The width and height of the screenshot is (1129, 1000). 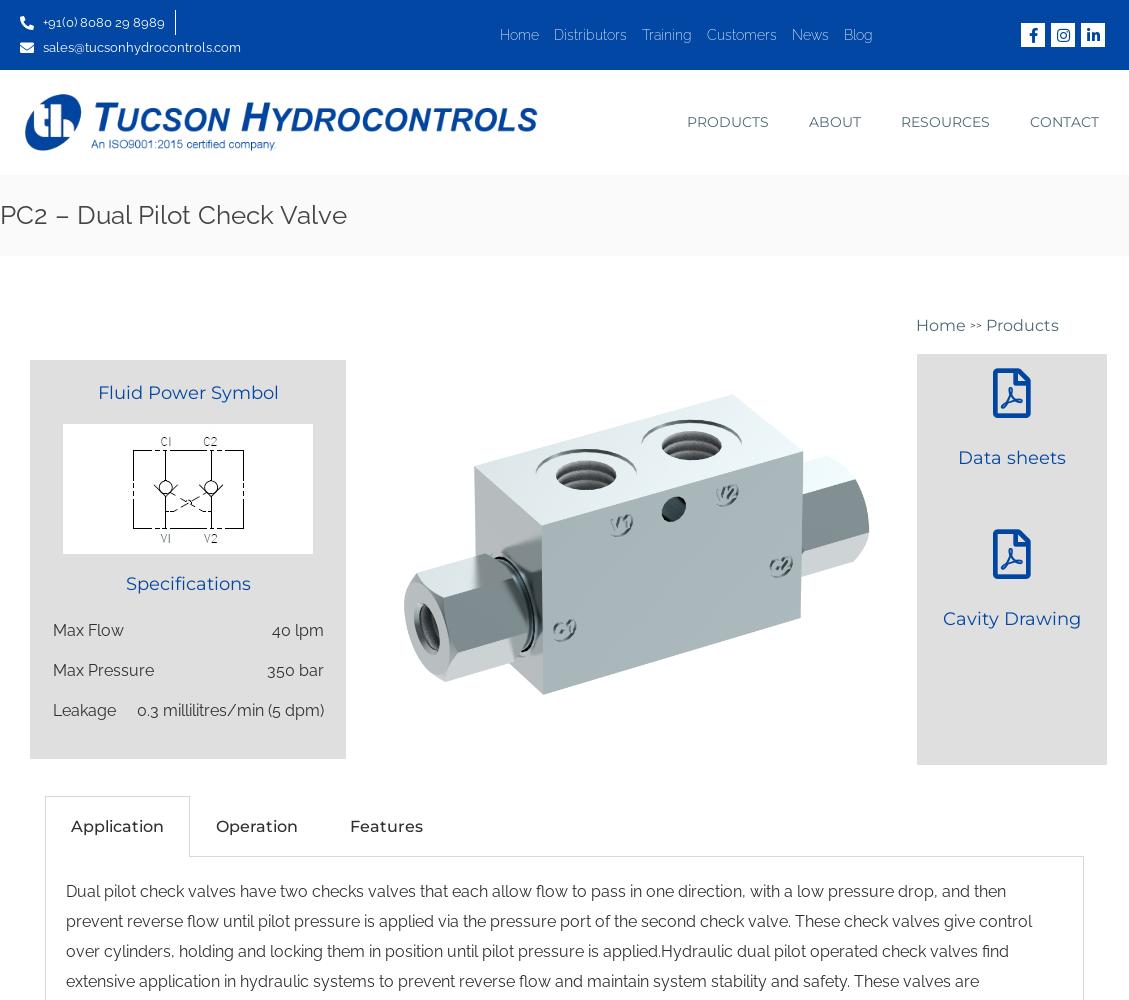 I want to click on '>>', so click(x=976, y=324).